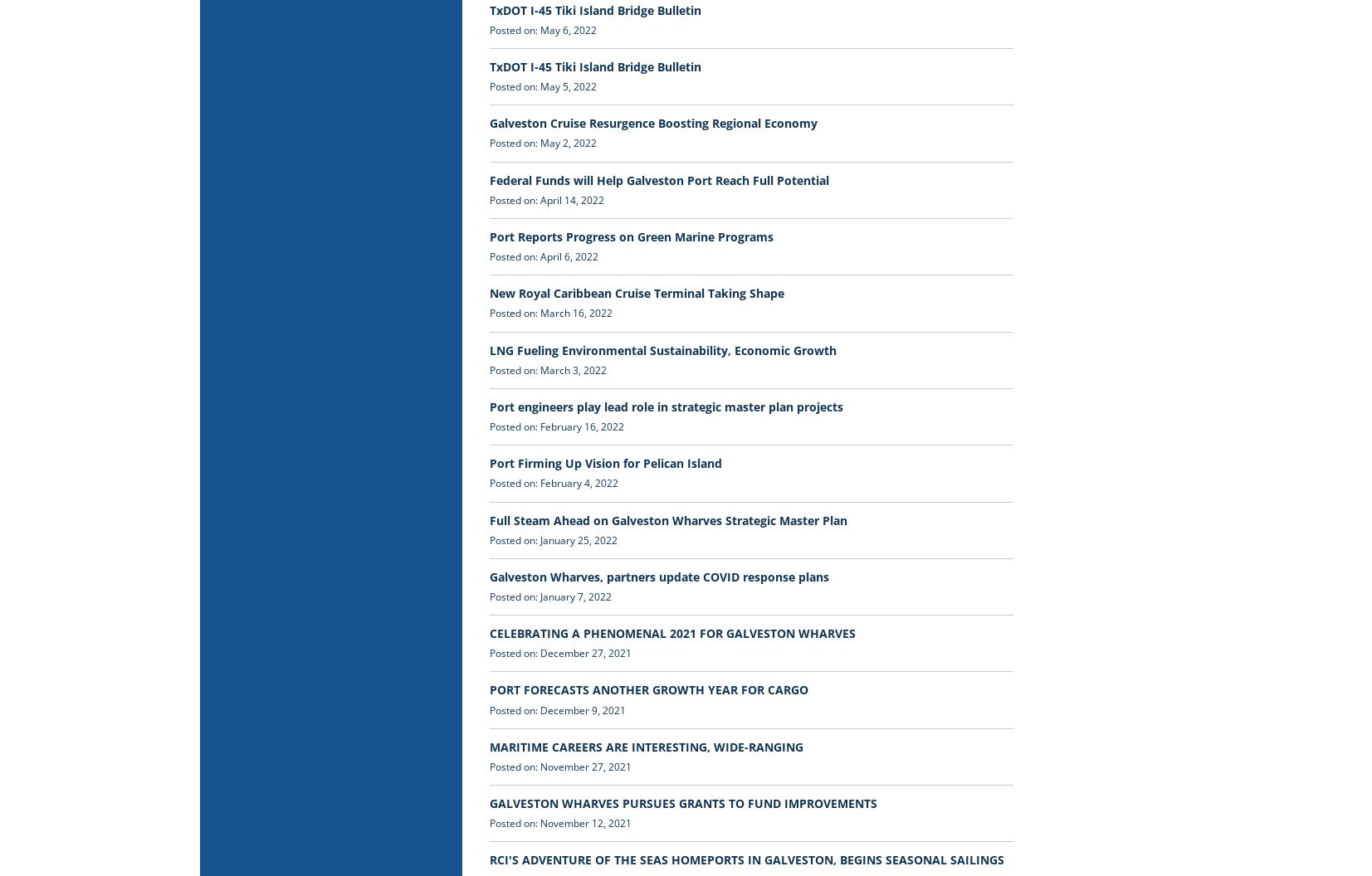  I want to click on 'Galveston Cruise Resurgence Boosting Regional Economy', so click(652, 123).